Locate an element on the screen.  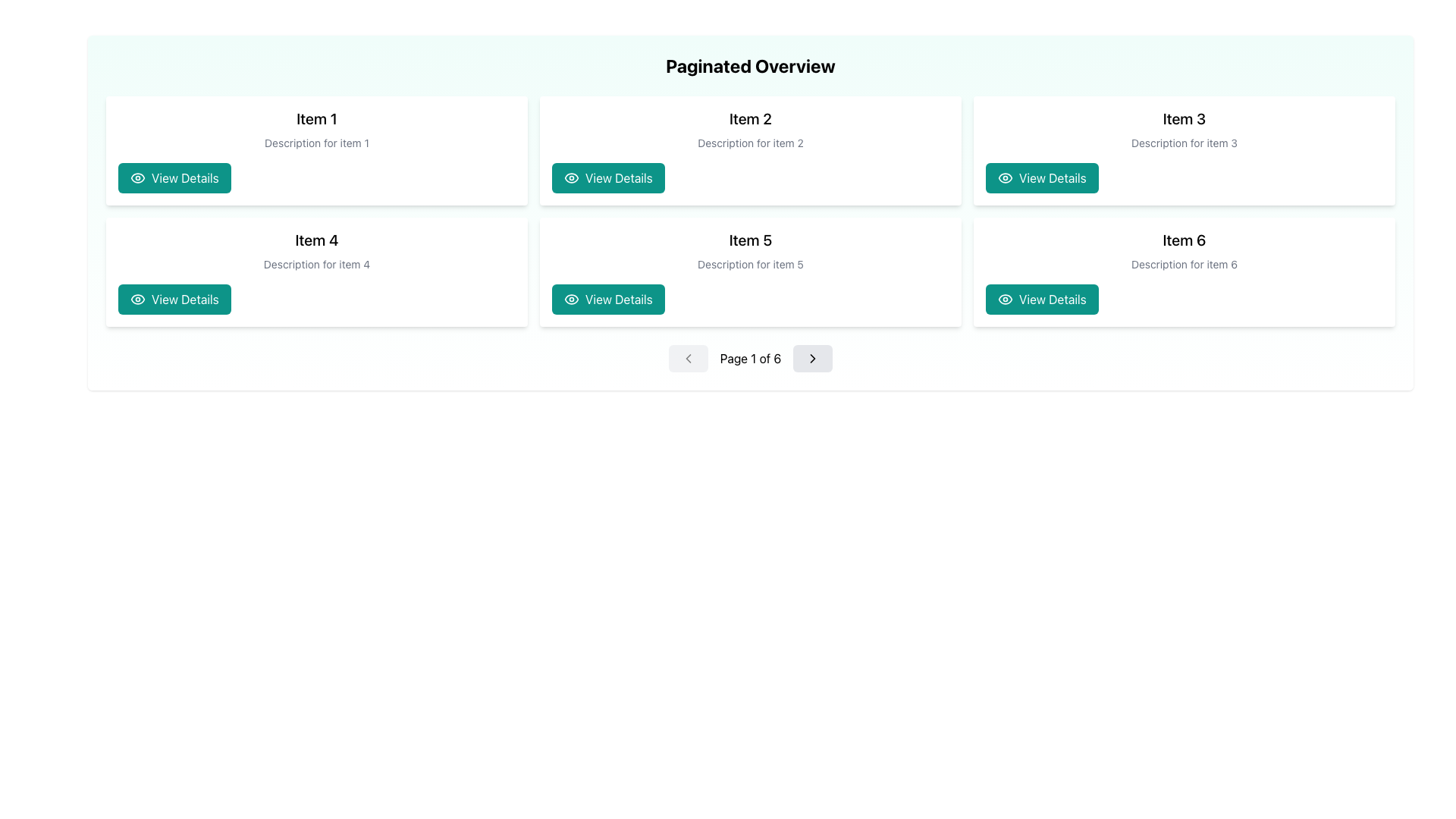
the teal button labeled 'View Details' with an eye icon to change its appearance is located at coordinates (174, 177).